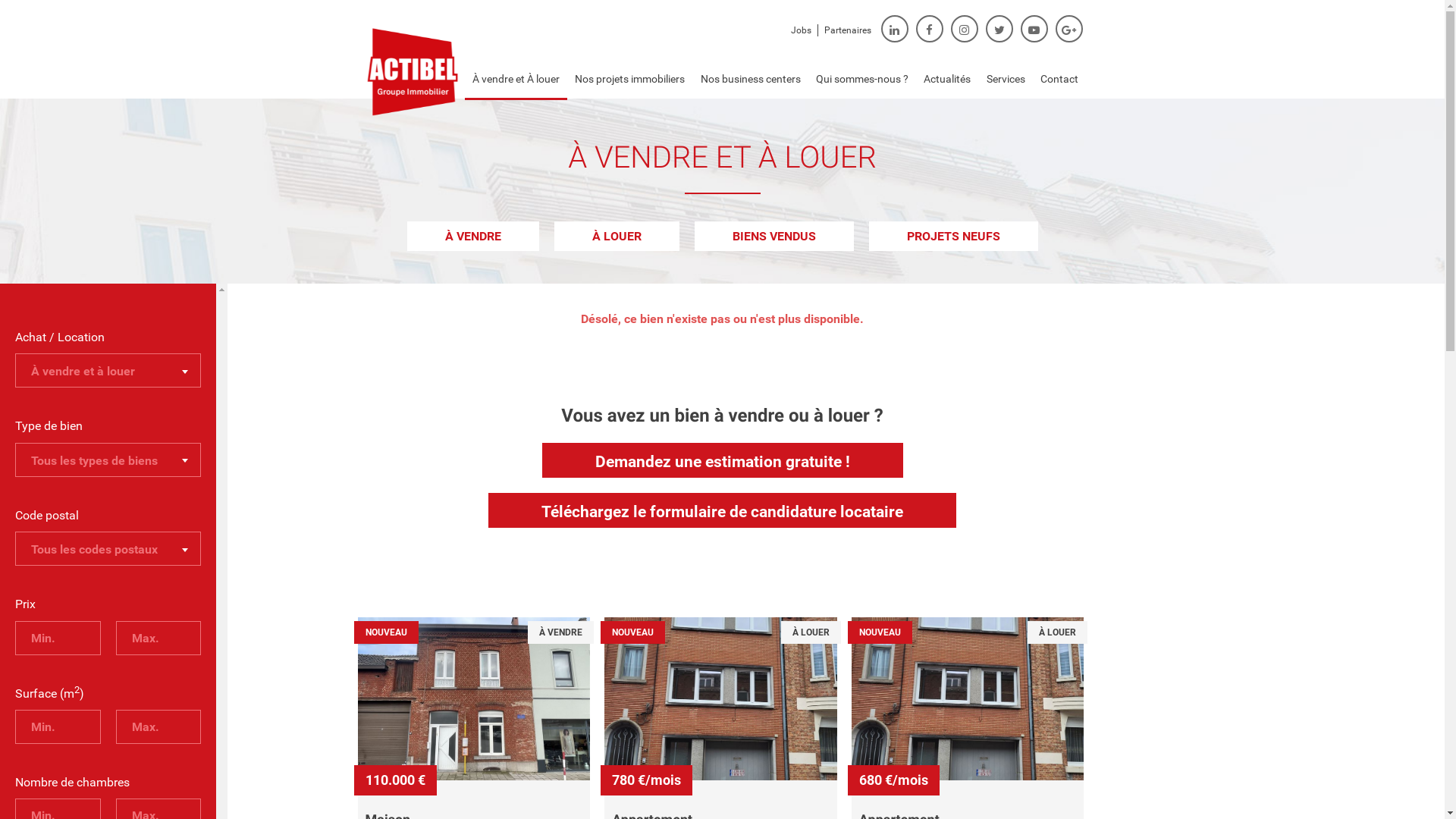  Describe the element at coordinates (964, 29) in the screenshot. I see `'Instagram'` at that location.